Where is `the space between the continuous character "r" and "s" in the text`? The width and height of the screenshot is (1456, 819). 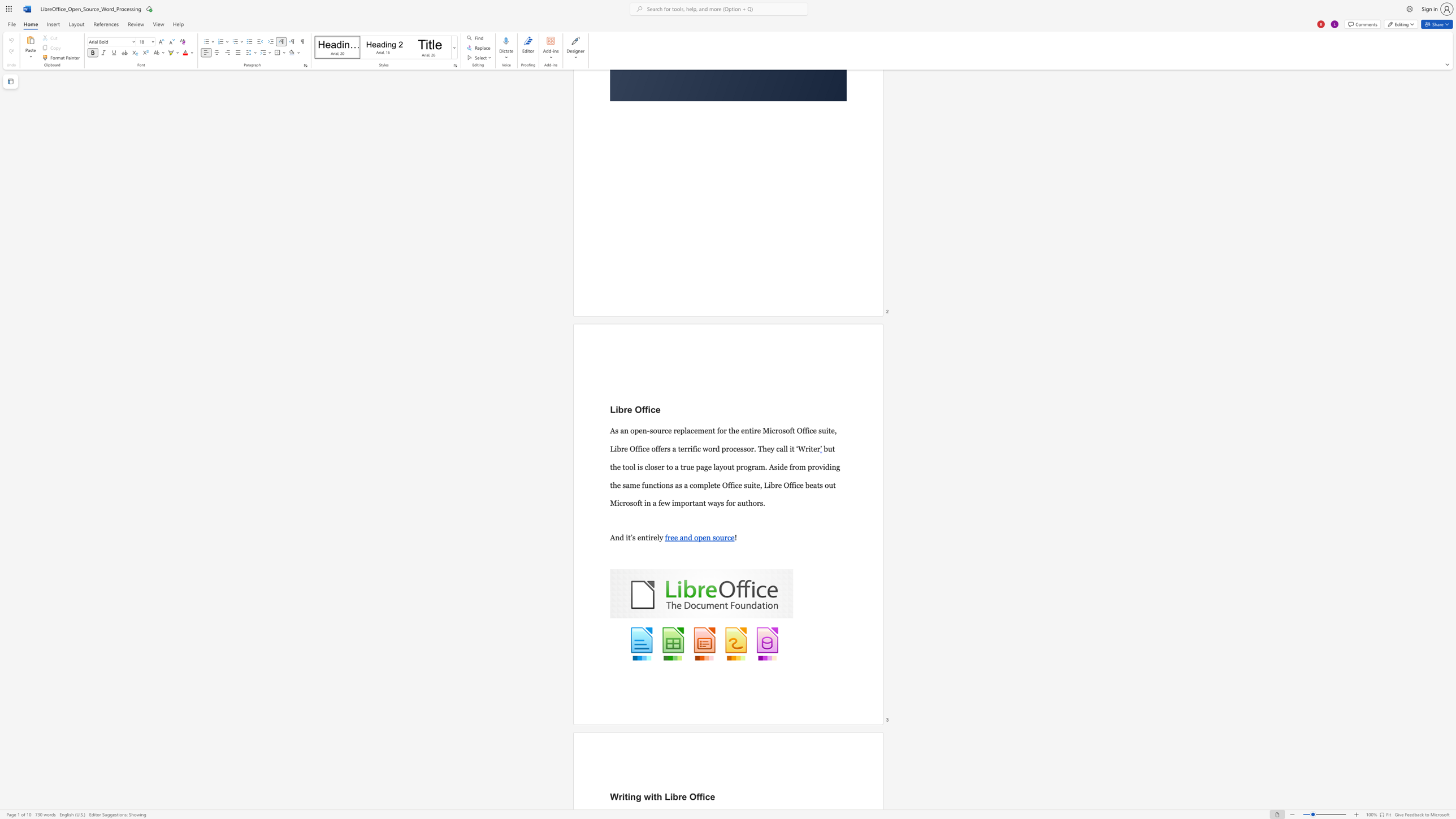
the space between the continuous character "r" and "s" in the text is located at coordinates (666, 448).